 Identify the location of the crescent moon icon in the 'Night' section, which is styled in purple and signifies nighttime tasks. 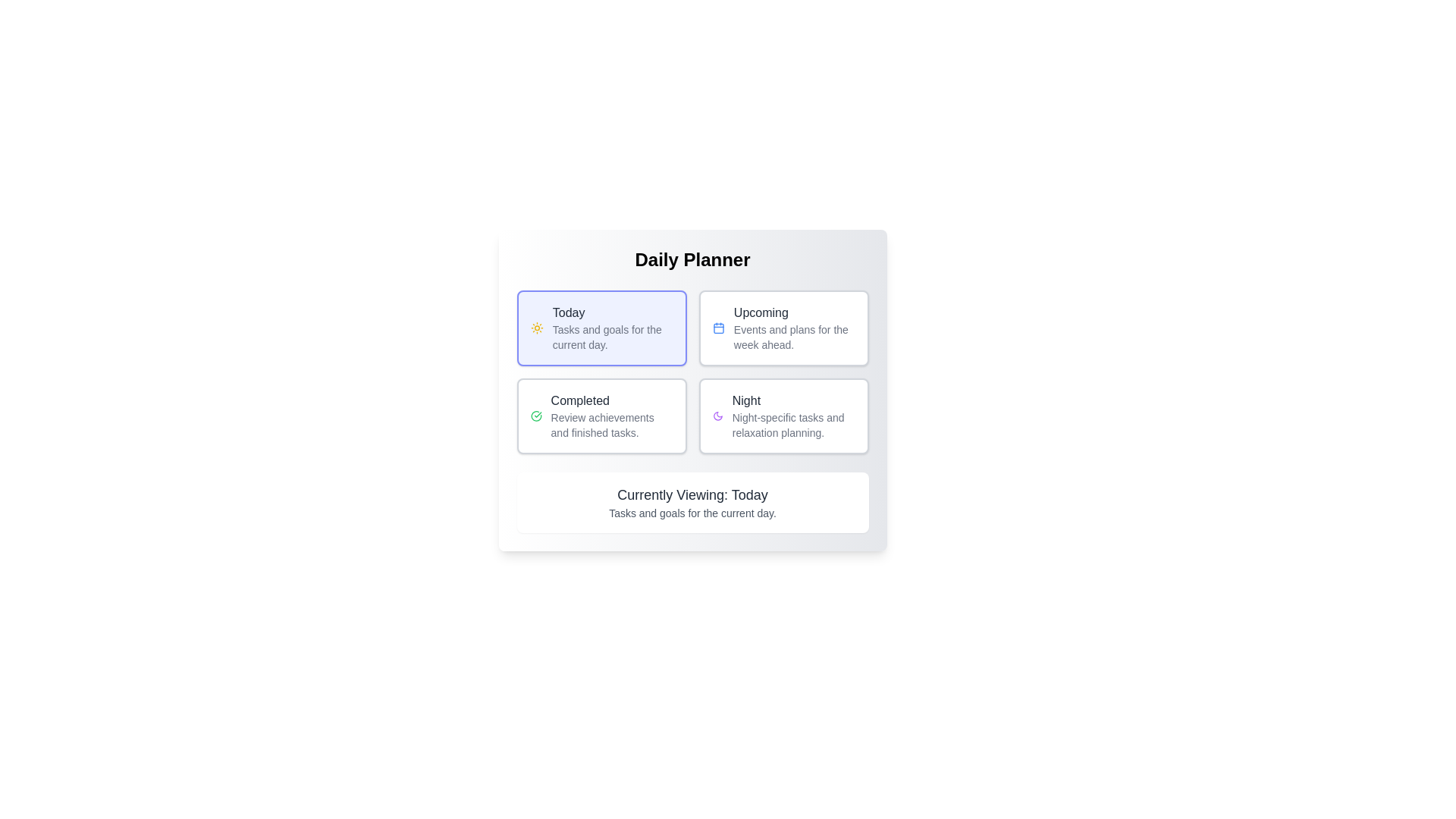
(717, 416).